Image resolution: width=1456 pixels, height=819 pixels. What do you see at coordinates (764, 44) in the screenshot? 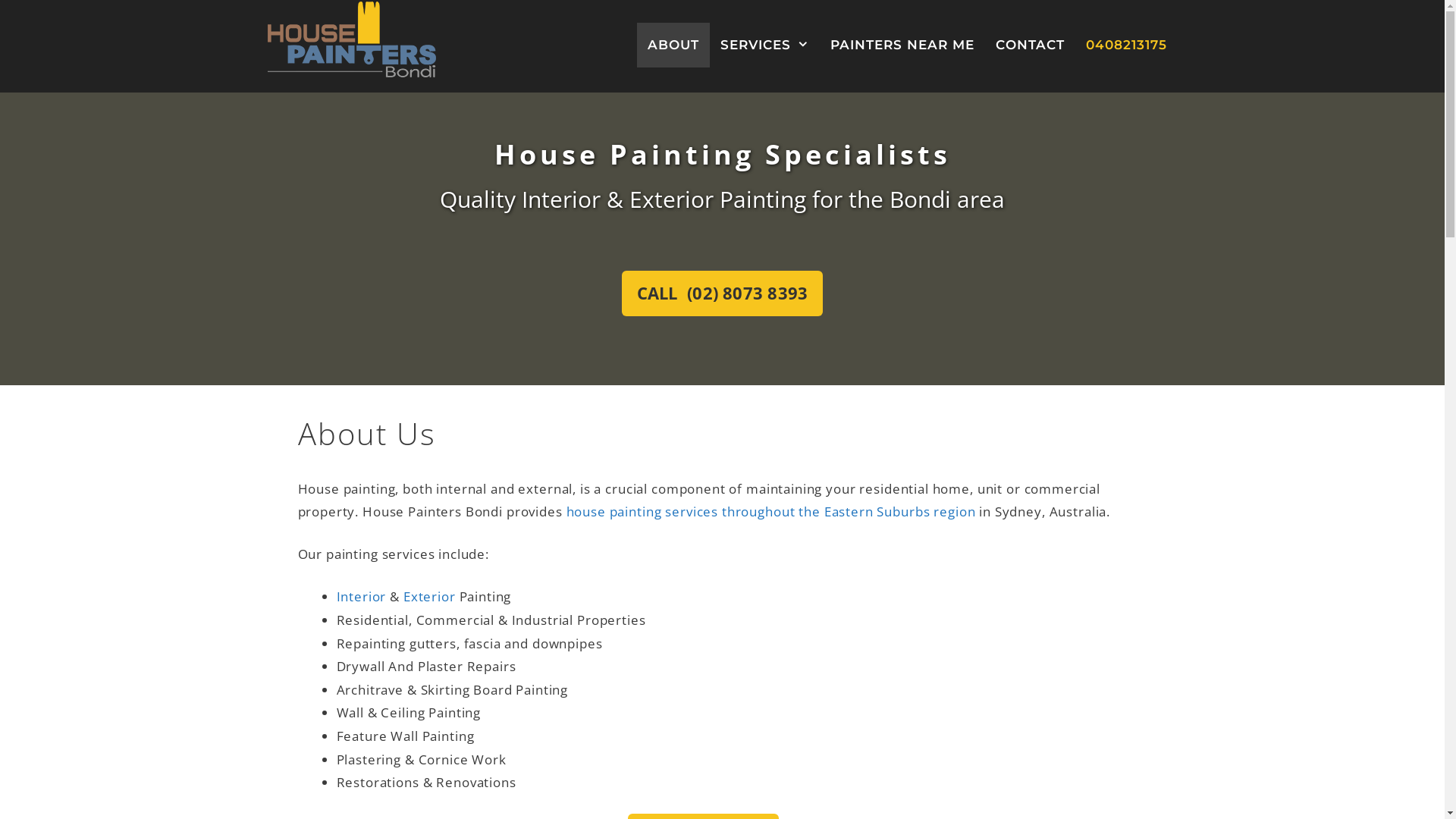
I see `'SERVICES'` at bounding box center [764, 44].